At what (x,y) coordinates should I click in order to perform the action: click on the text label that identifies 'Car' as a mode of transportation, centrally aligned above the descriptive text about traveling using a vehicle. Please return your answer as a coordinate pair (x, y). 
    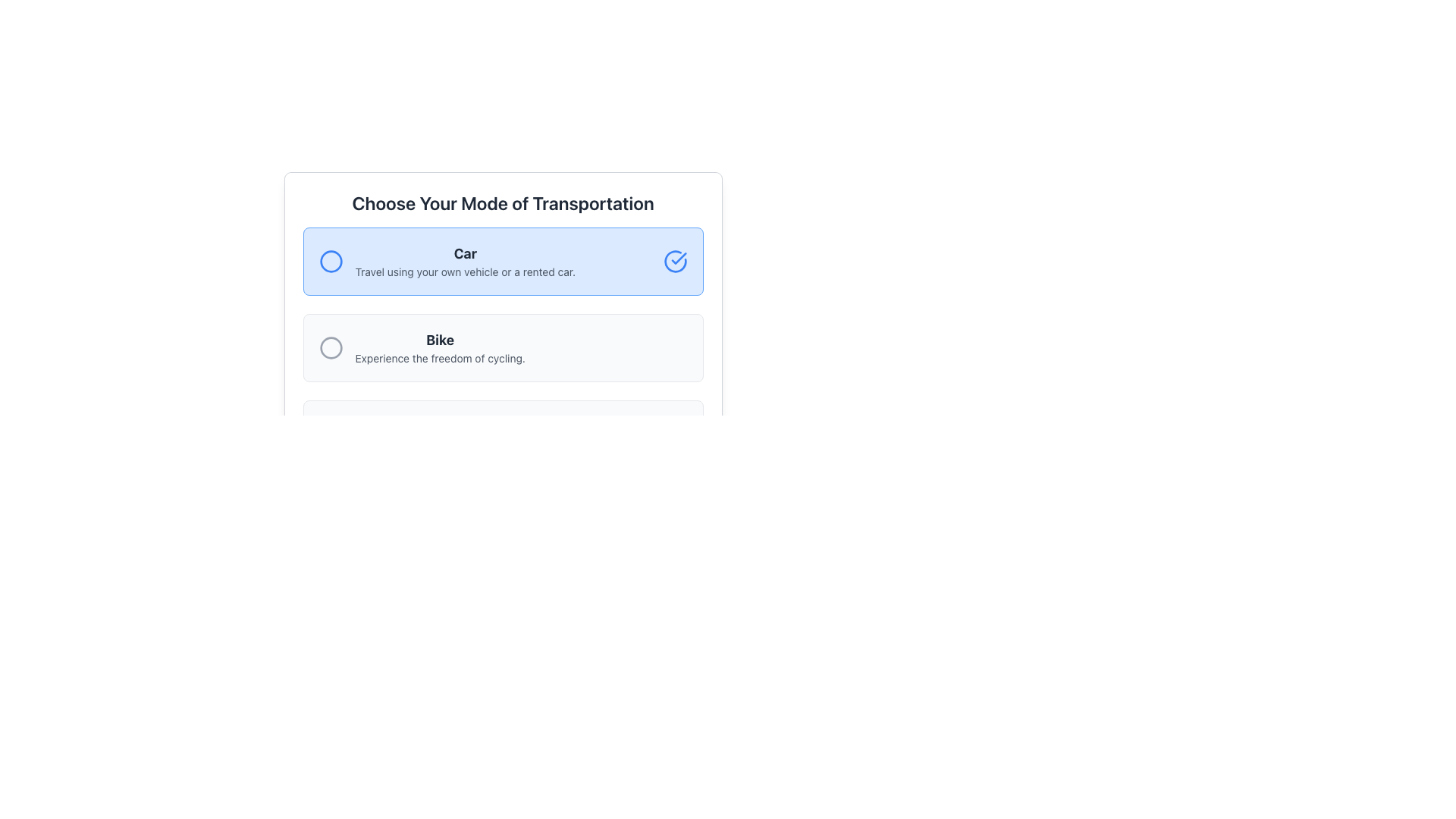
    Looking at the image, I should click on (464, 253).